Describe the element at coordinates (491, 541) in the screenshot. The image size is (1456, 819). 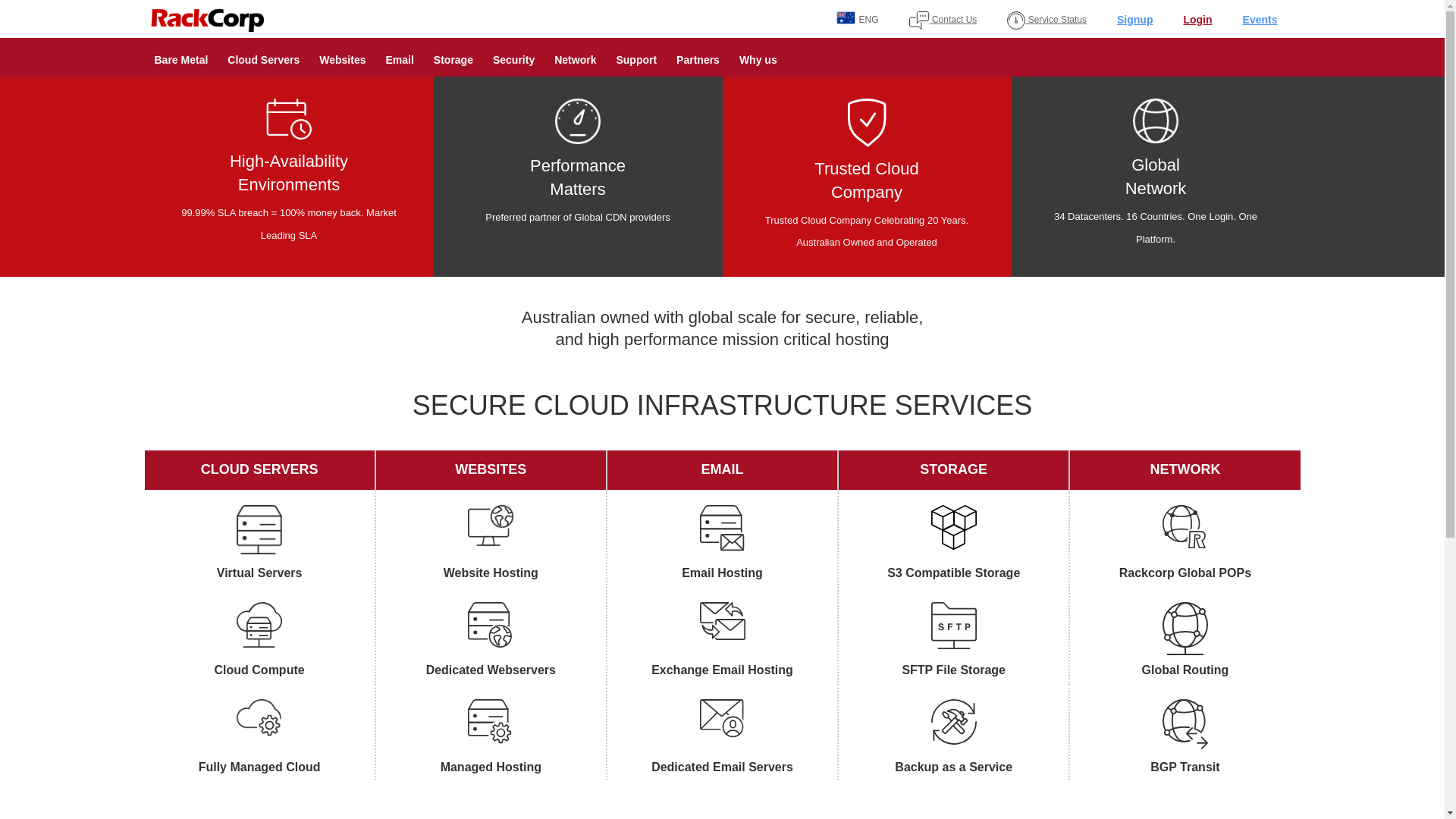
I see `'Website Hosting'` at that location.